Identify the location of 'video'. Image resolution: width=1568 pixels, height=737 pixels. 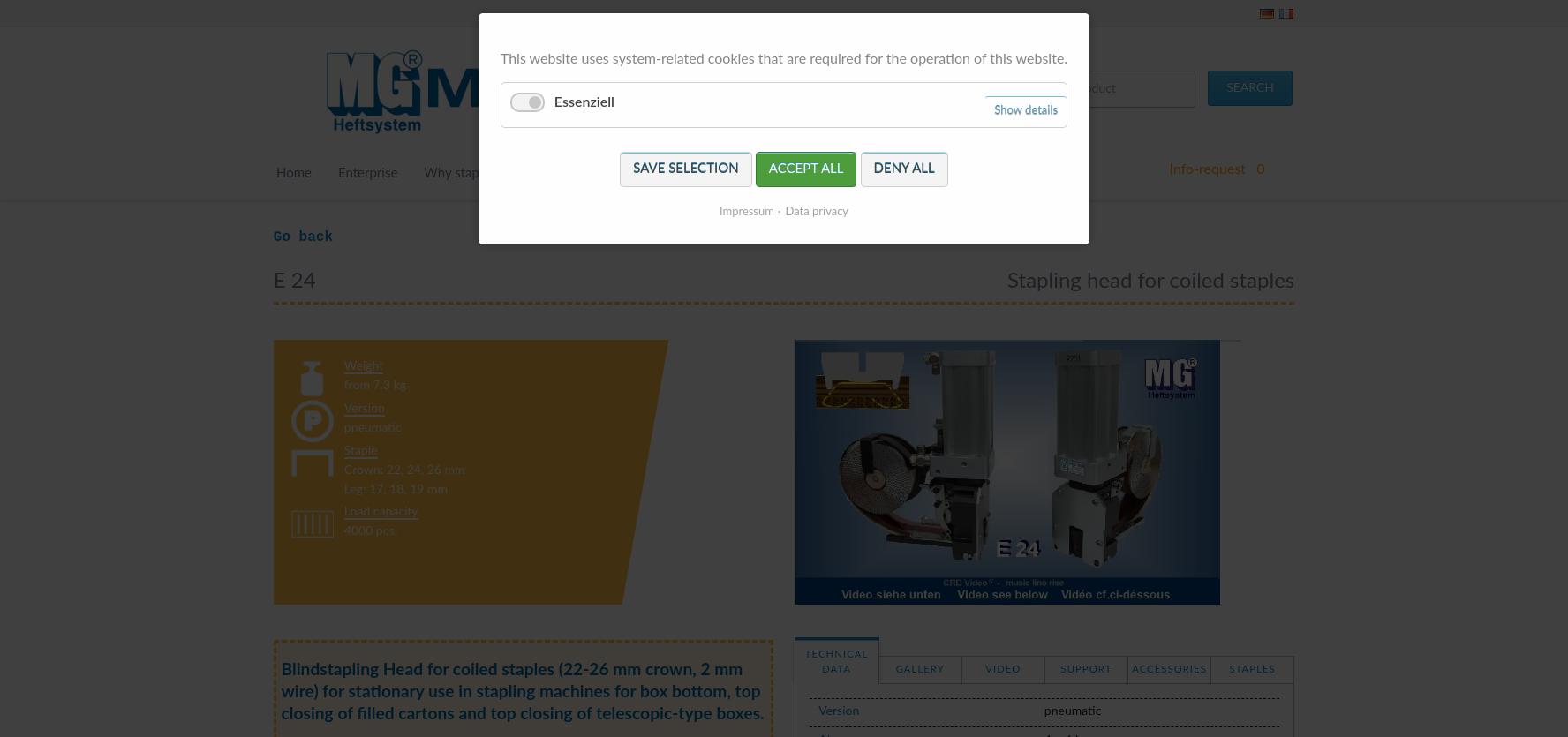
(1002, 668).